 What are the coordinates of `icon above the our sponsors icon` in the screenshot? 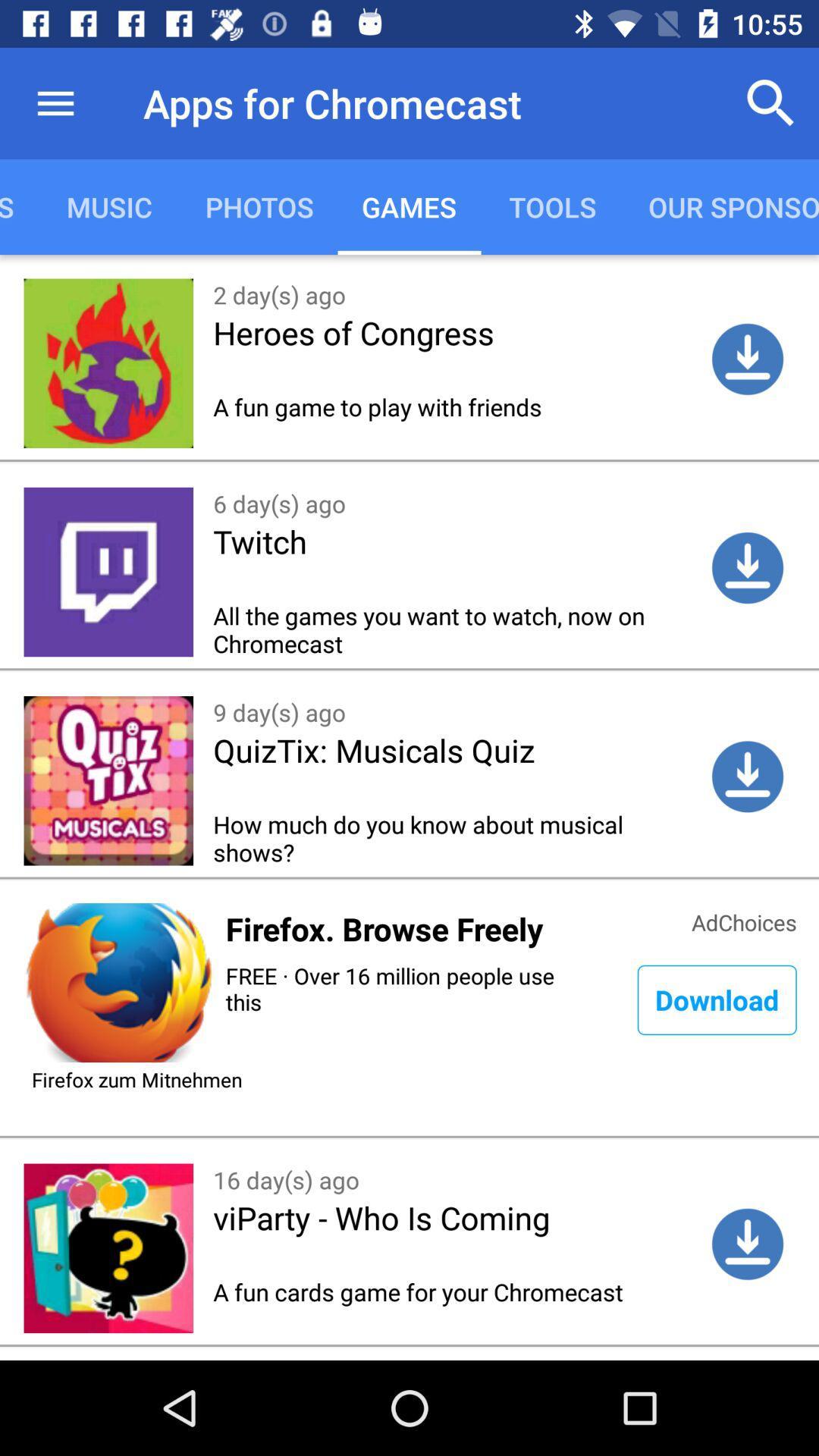 It's located at (771, 102).